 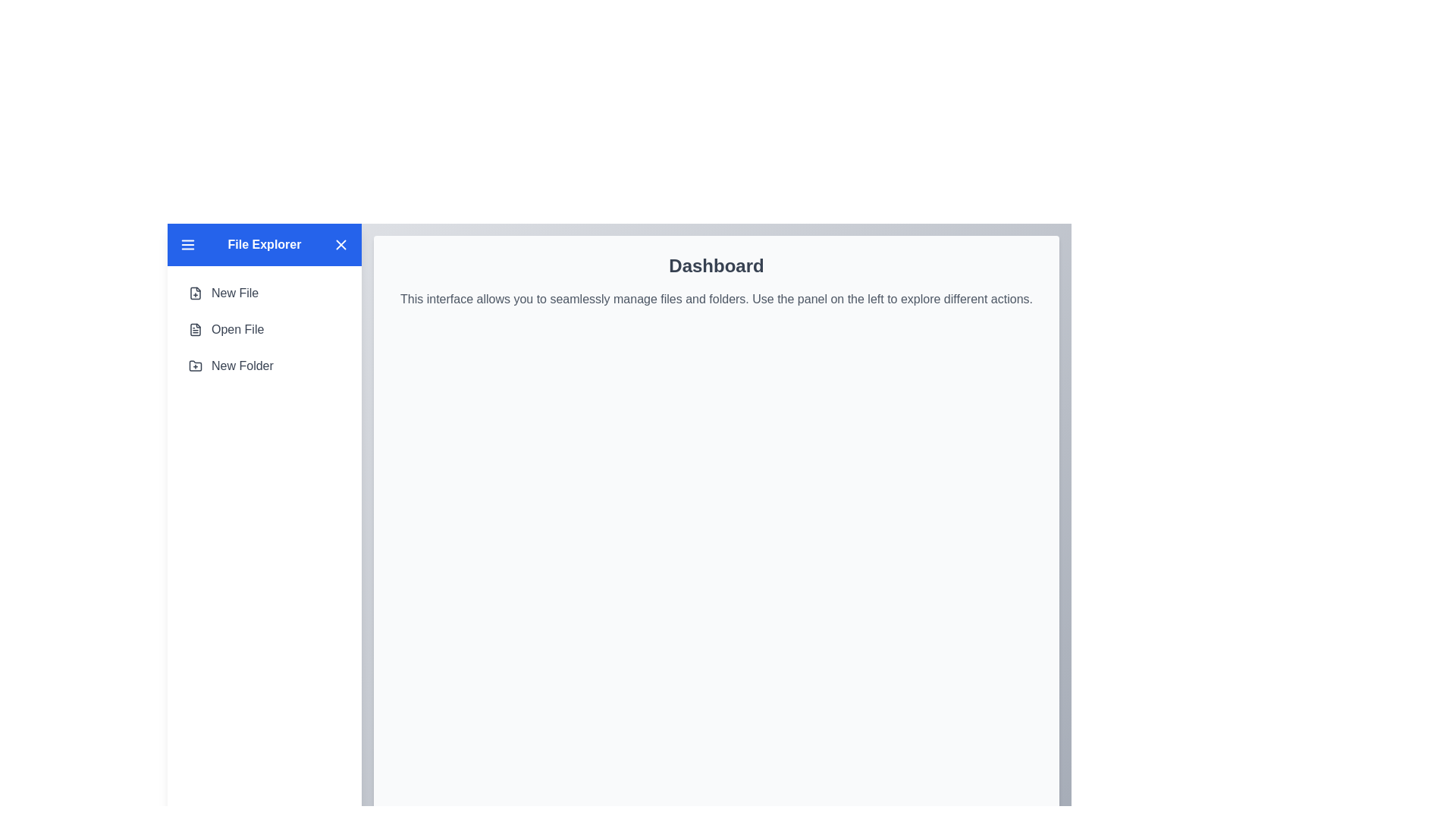 I want to click on the toggle button icon located in the top left corner of the blue header bar, adjacent to the 'File Explorer' text, to provide visual feedback, so click(x=187, y=244).